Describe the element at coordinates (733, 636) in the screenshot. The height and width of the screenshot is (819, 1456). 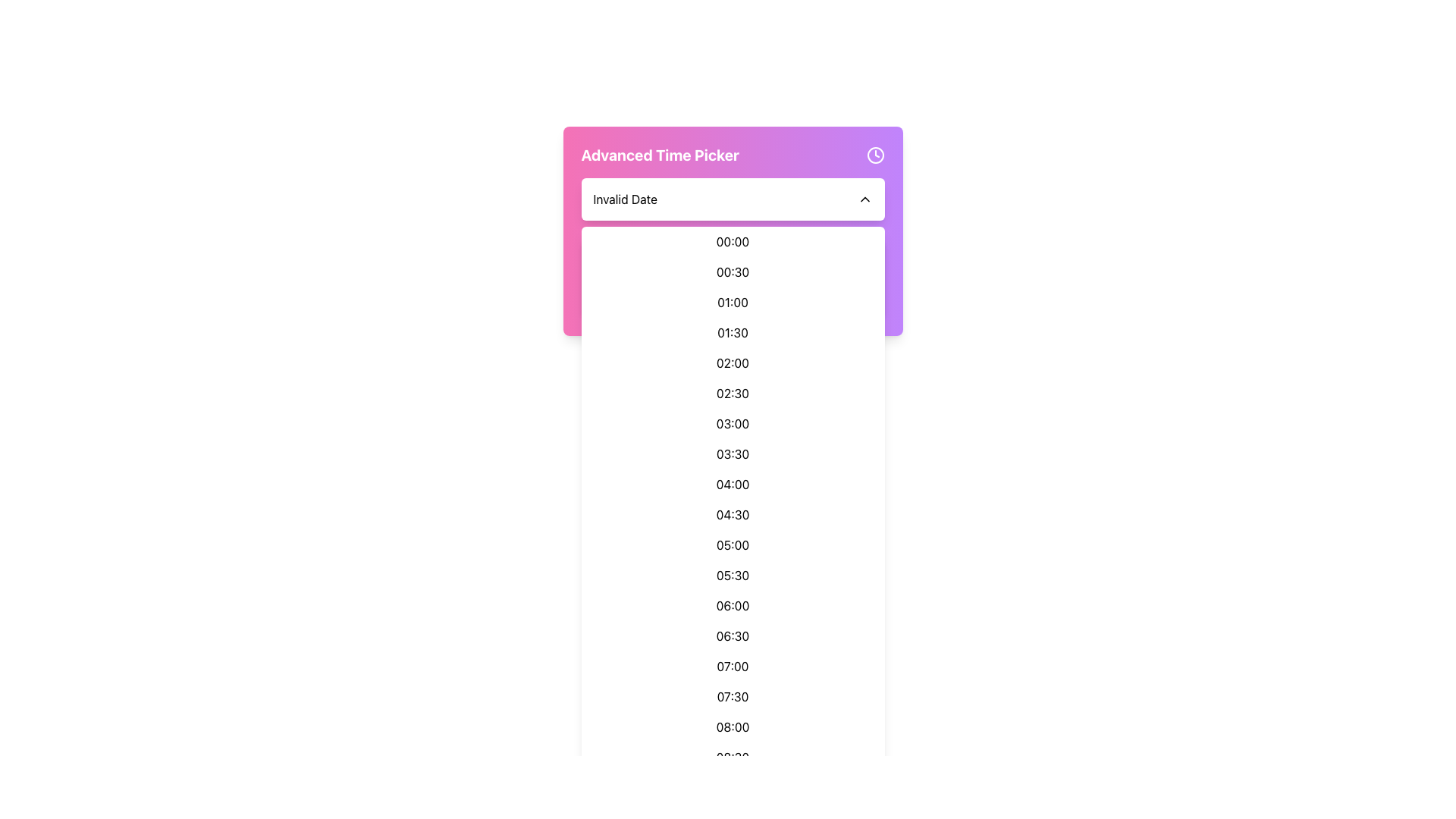
I see `the selectable time option '06:30' in the Advanced Time Picker dropdown menu` at that location.